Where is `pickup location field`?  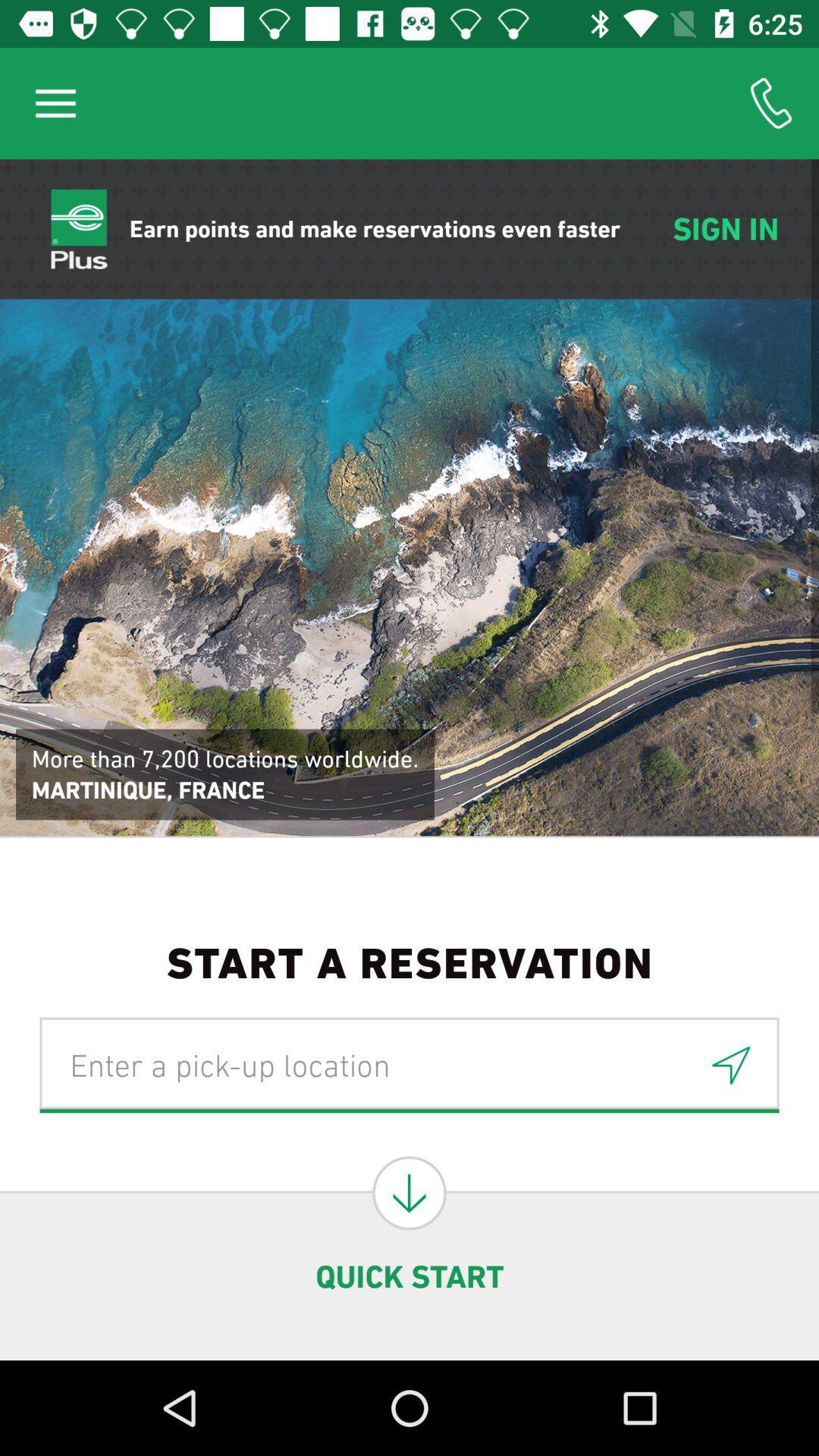
pickup location field is located at coordinates (409, 1064).